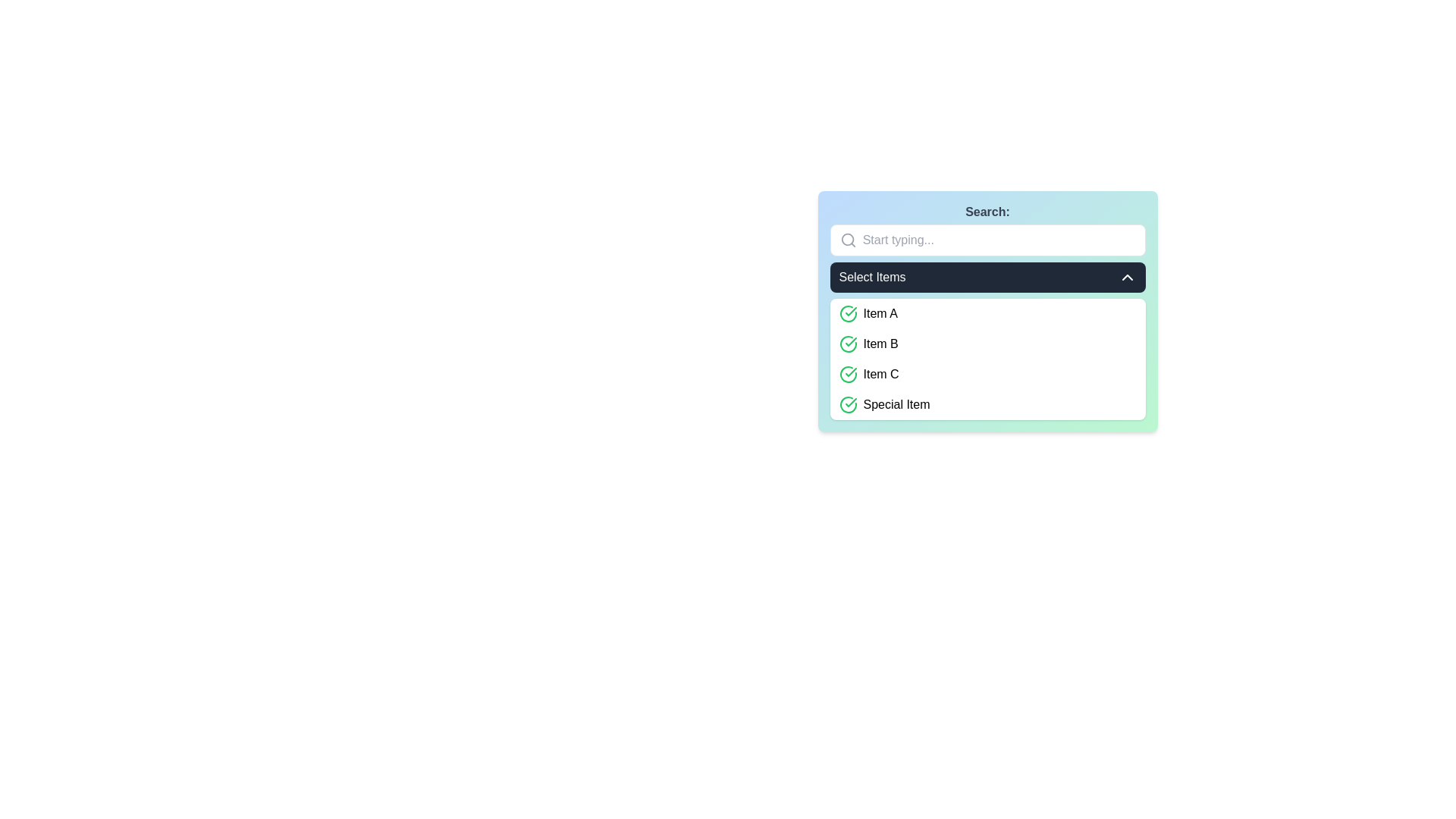 The width and height of the screenshot is (1456, 819). I want to click on the green checkmark icon indicating selection for 'Item A' in the interactive list, so click(851, 372).